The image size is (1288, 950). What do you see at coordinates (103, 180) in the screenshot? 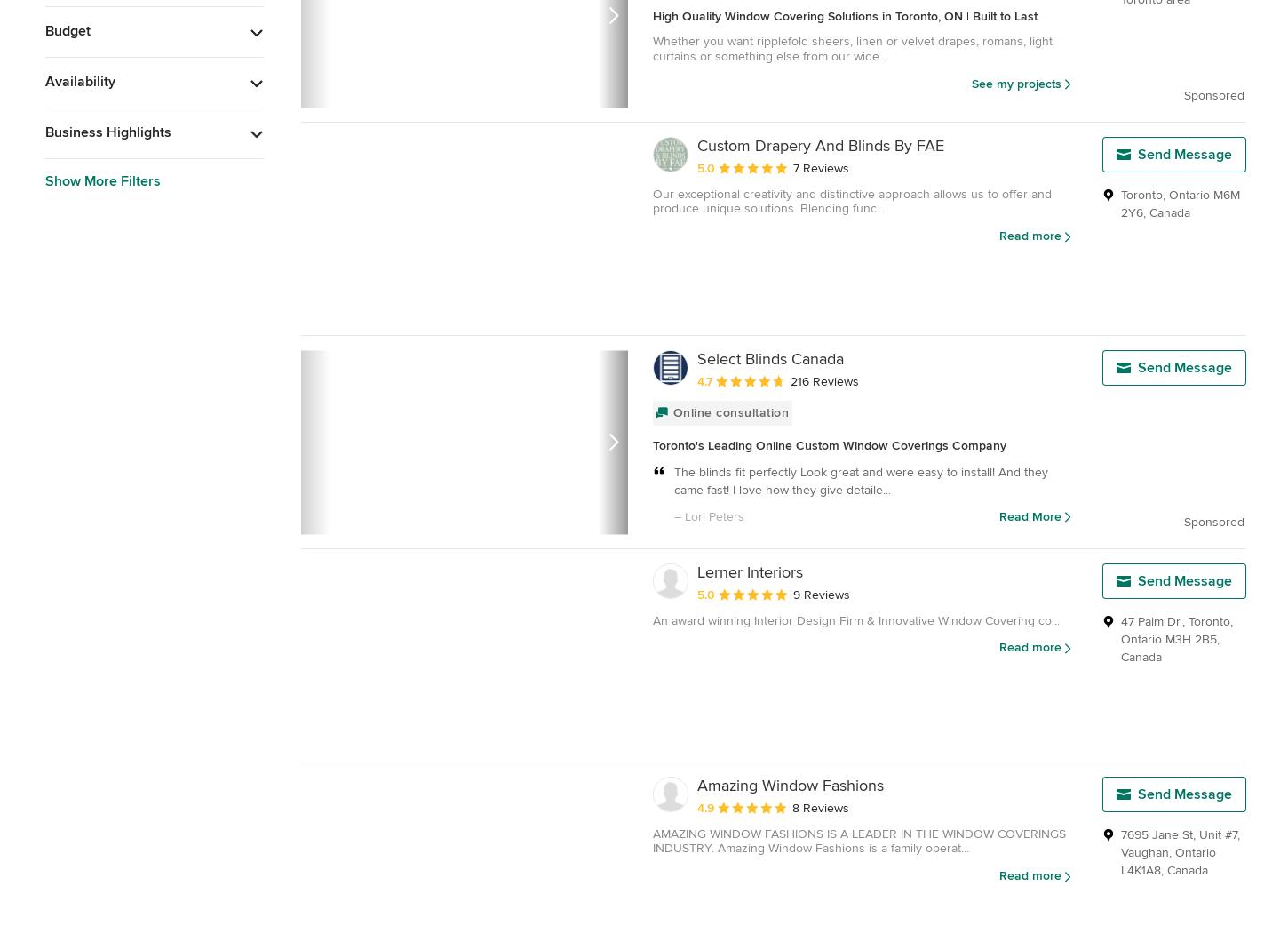
I see `'Show More Filters'` at bounding box center [103, 180].